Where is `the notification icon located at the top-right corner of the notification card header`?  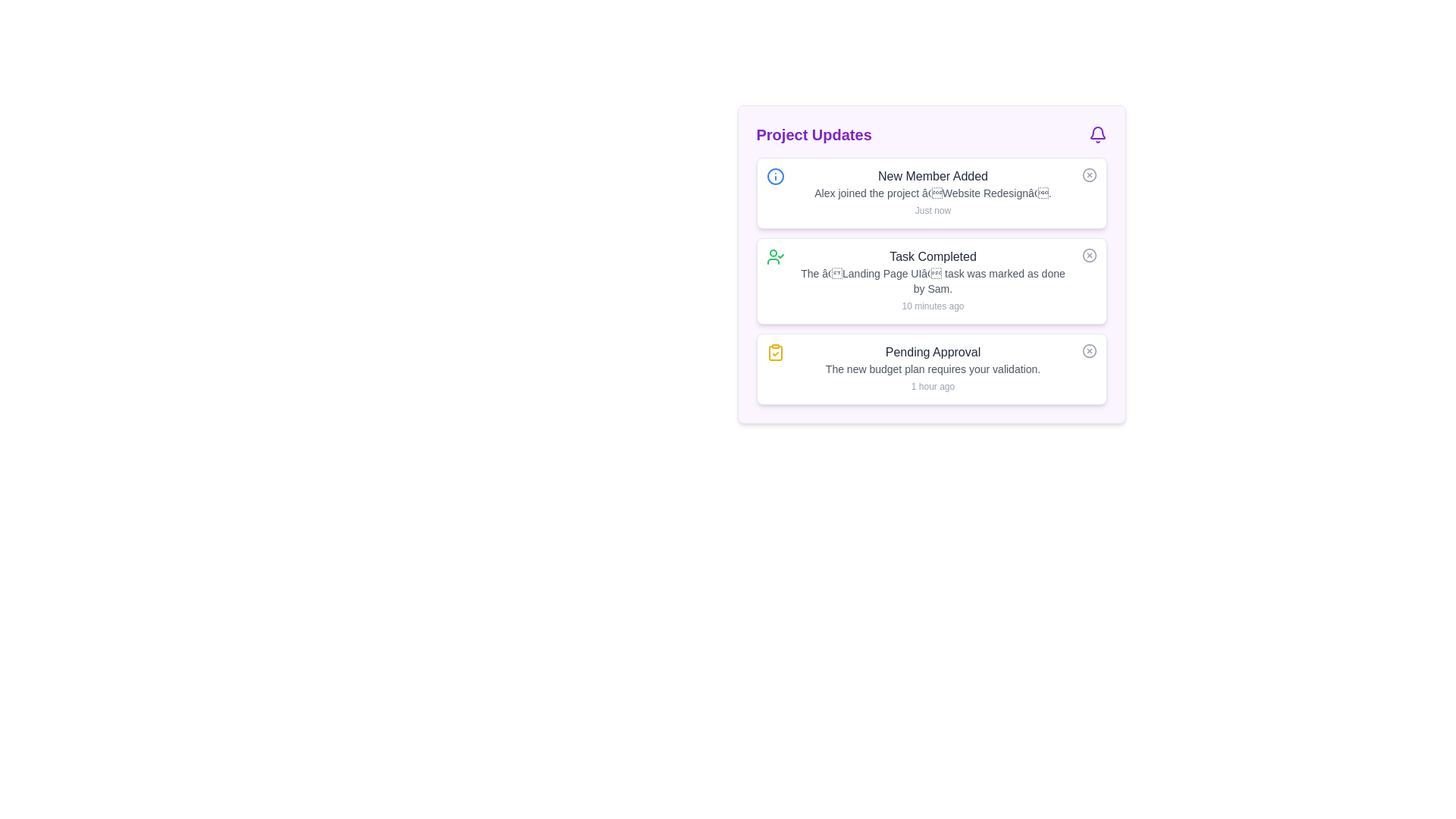
the notification icon located at the top-right corner of the notification card header is located at coordinates (1097, 132).